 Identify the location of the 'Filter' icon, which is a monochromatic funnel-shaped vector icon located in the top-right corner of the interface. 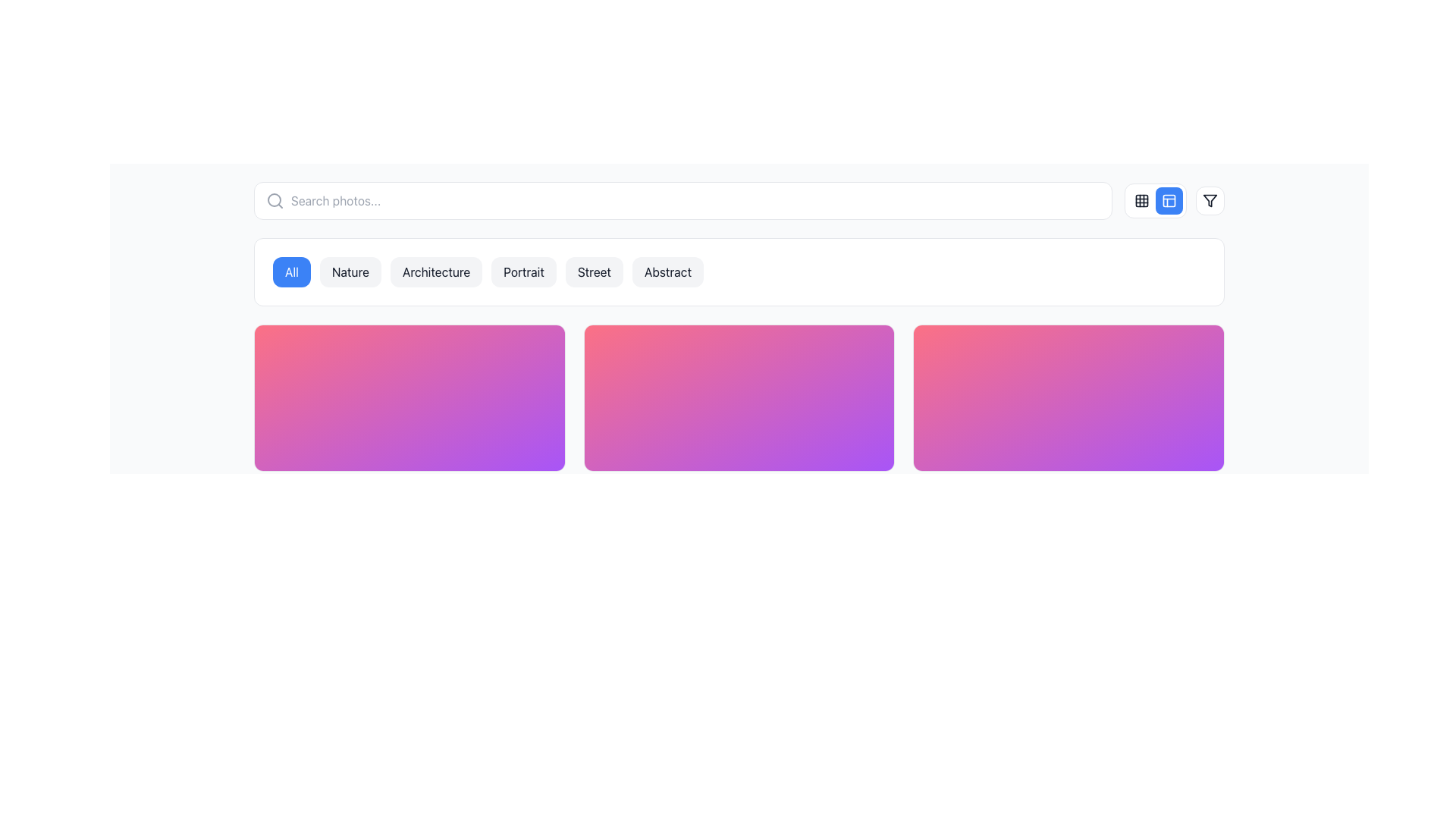
(1210, 200).